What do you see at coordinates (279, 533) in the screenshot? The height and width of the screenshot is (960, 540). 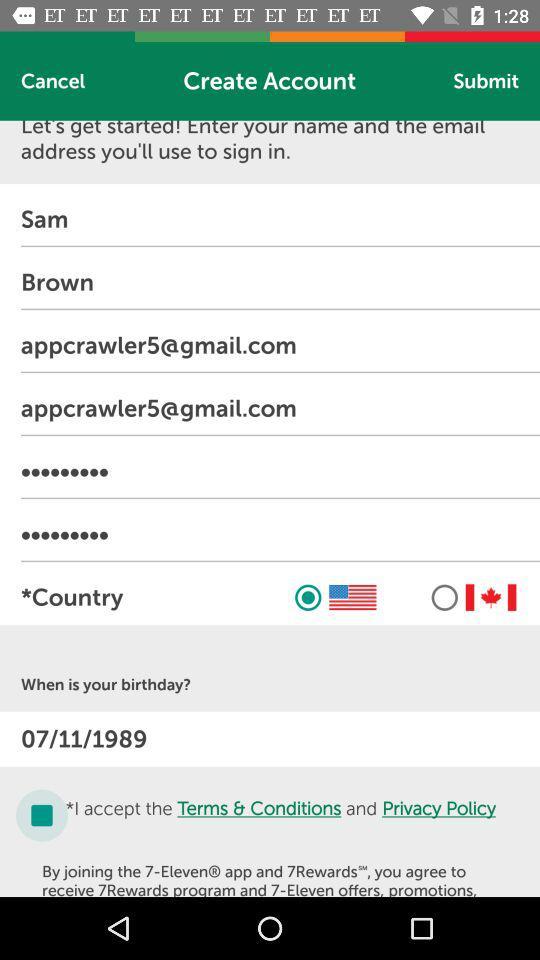 I see `the text field above the country` at bounding box center [279, 533].